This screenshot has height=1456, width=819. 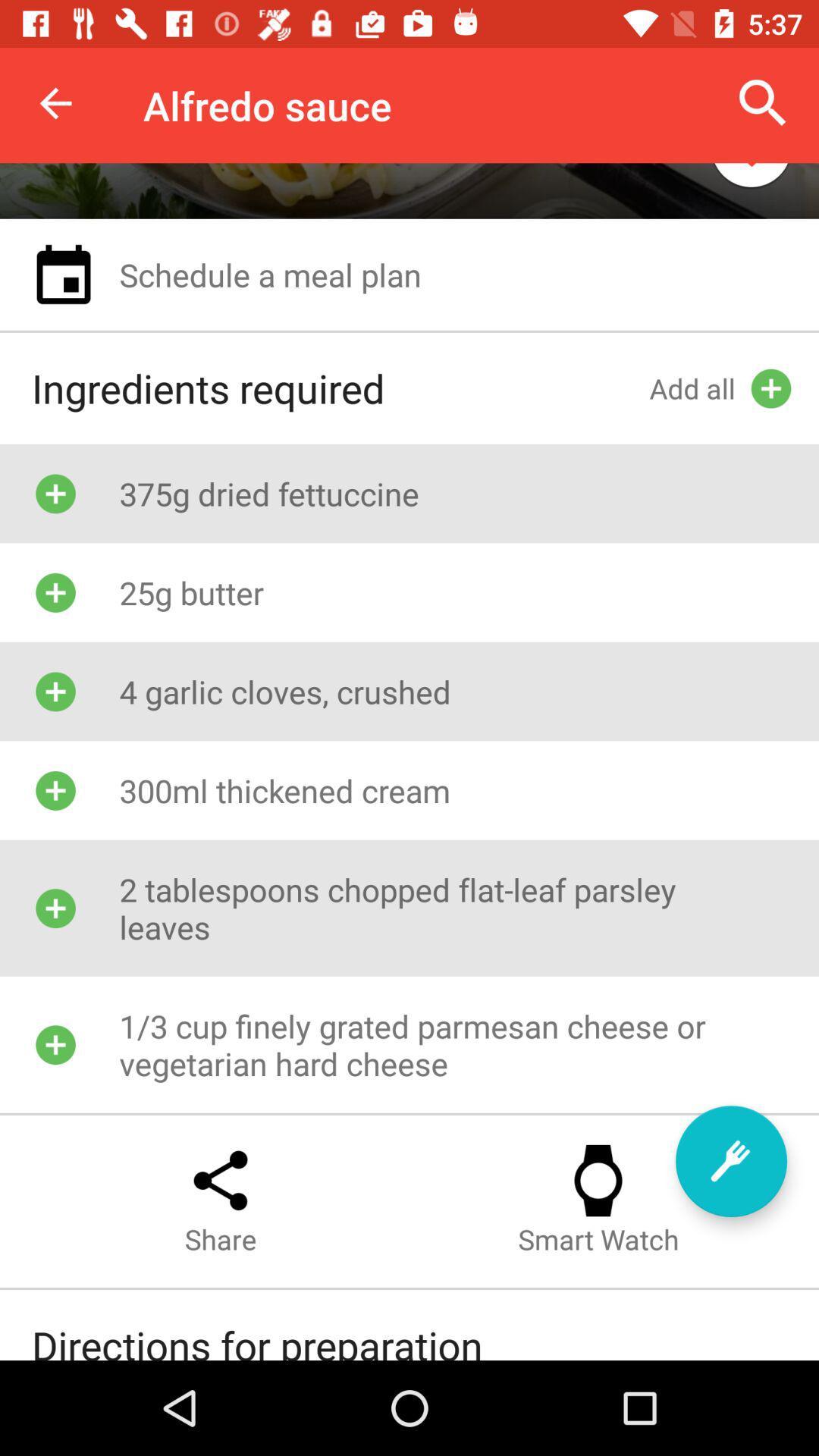 I want to click on icon above the smart watch icon, so click(x=730, y=1160).